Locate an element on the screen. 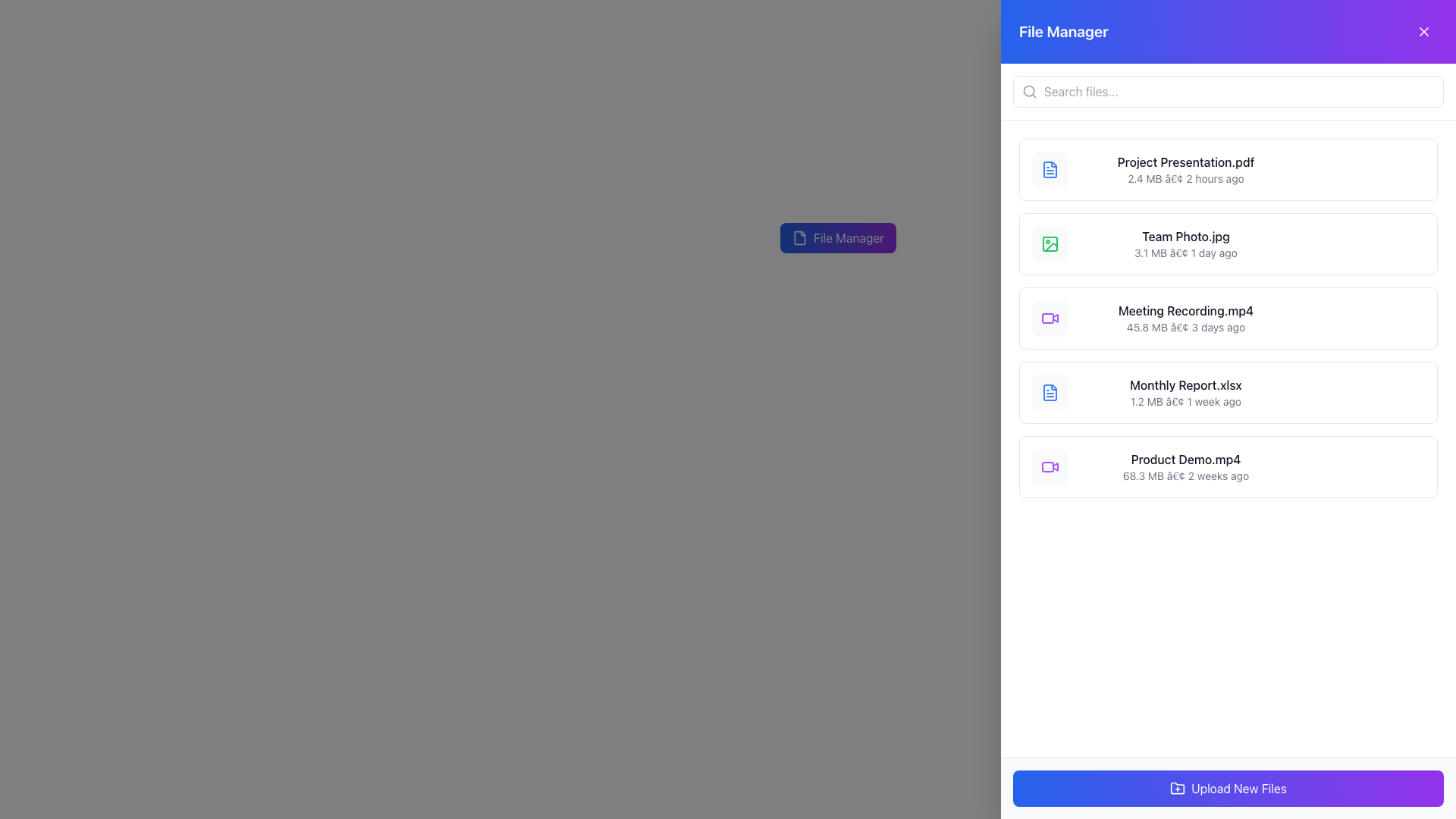 This screenshot has width=1456, height=819. the delete button located at the far right of the row for 'Meeting Recording.mp4' is located at coordinates (1379, 318).